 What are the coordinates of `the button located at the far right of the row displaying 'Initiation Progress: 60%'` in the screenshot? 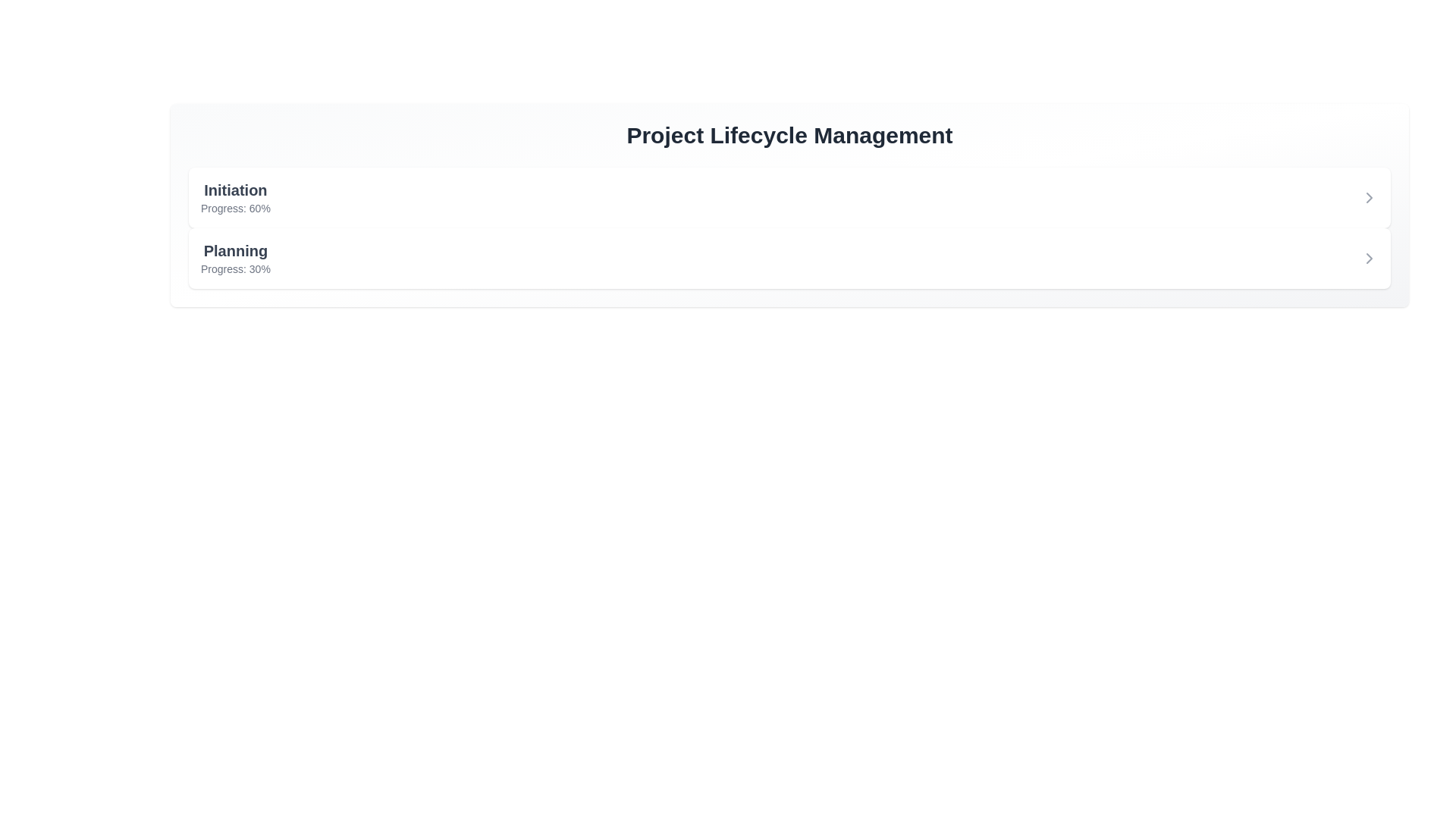 It's located at (1369, 197).